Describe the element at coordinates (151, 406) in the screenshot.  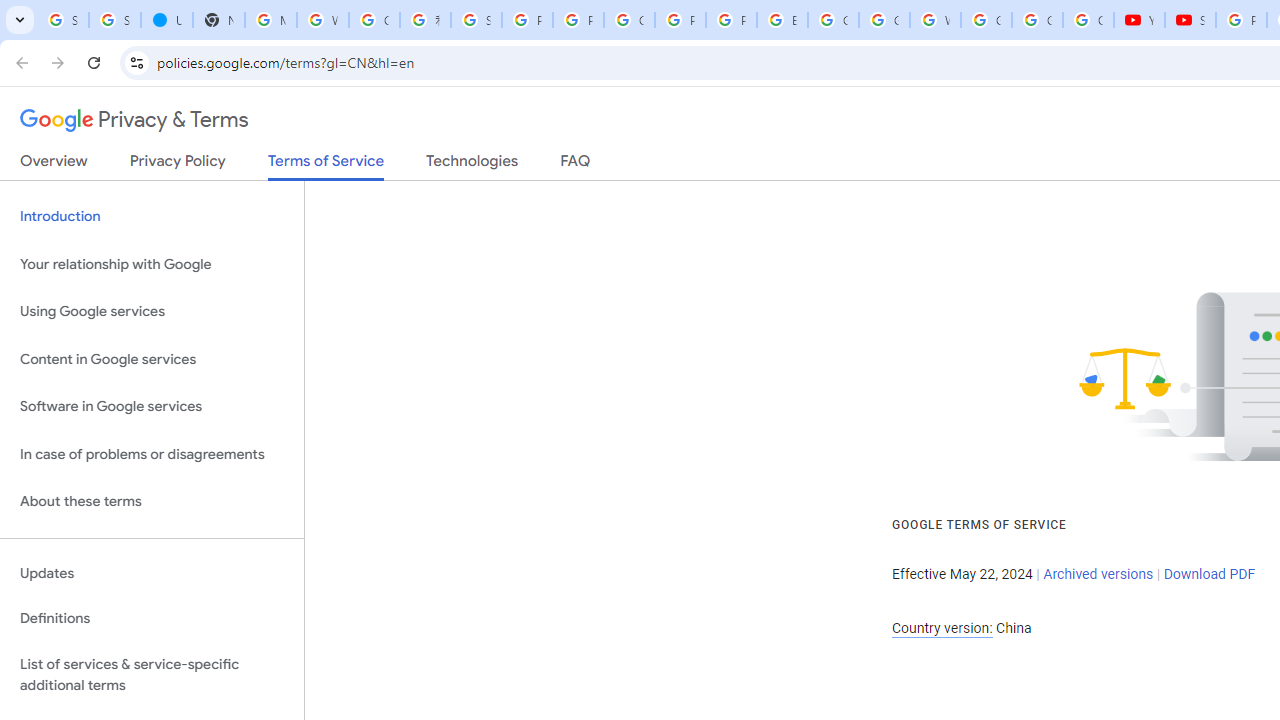
I see `'Software in Google services'` at that location.